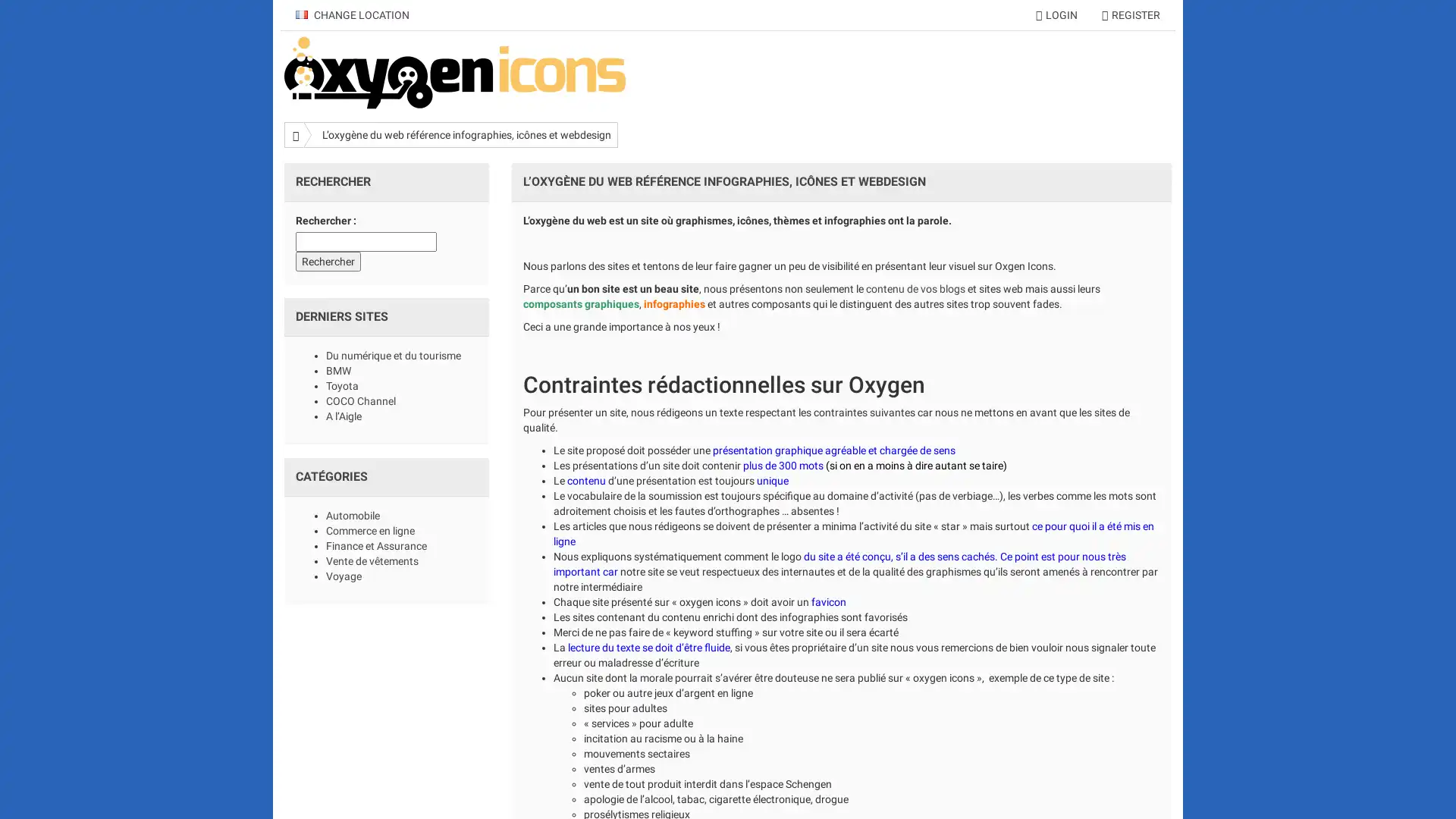 The image size is (1456, 819). I want to click on Rechercher, so click(327, 260).